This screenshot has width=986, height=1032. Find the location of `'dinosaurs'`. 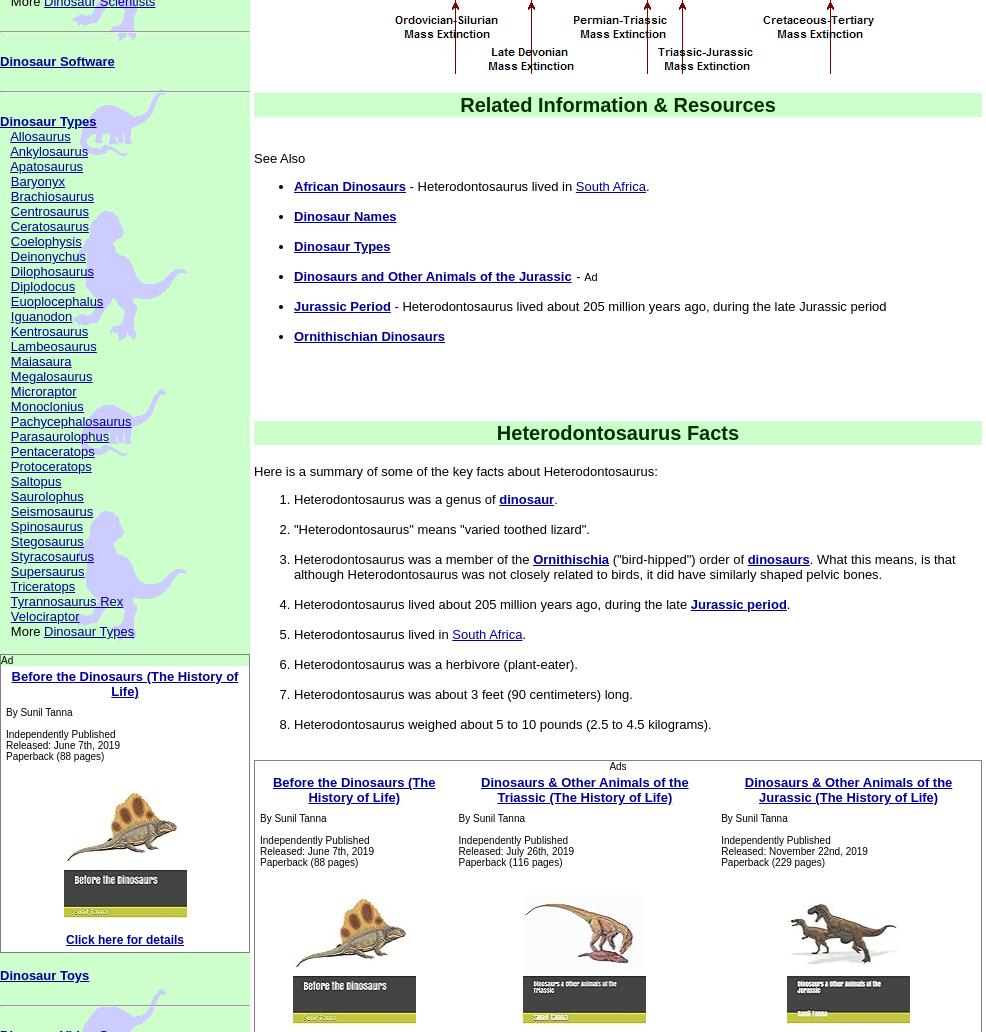

'dinosaurs' is located at coordinates (777, 559).